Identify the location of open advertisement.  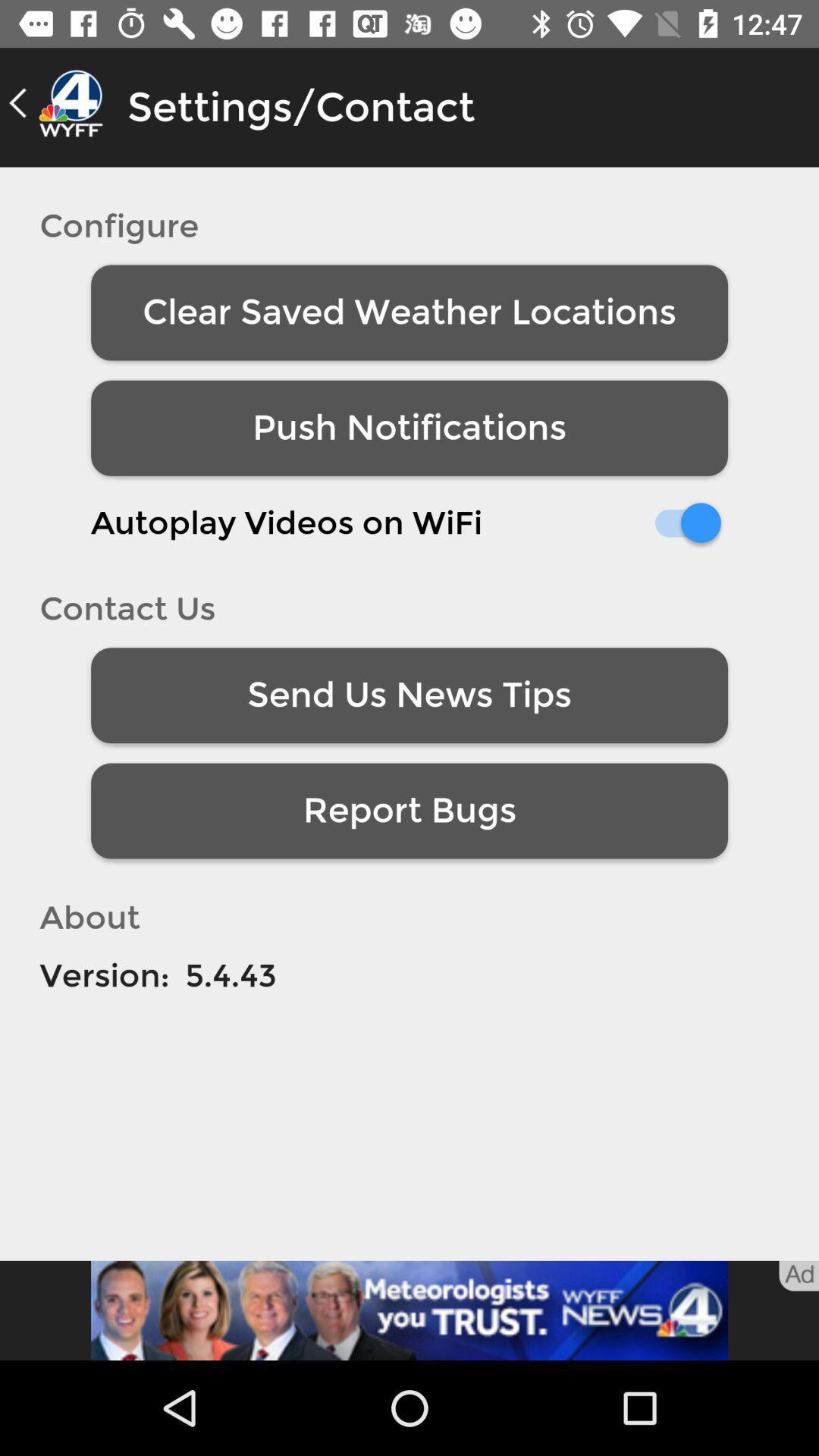
(409, 1310).